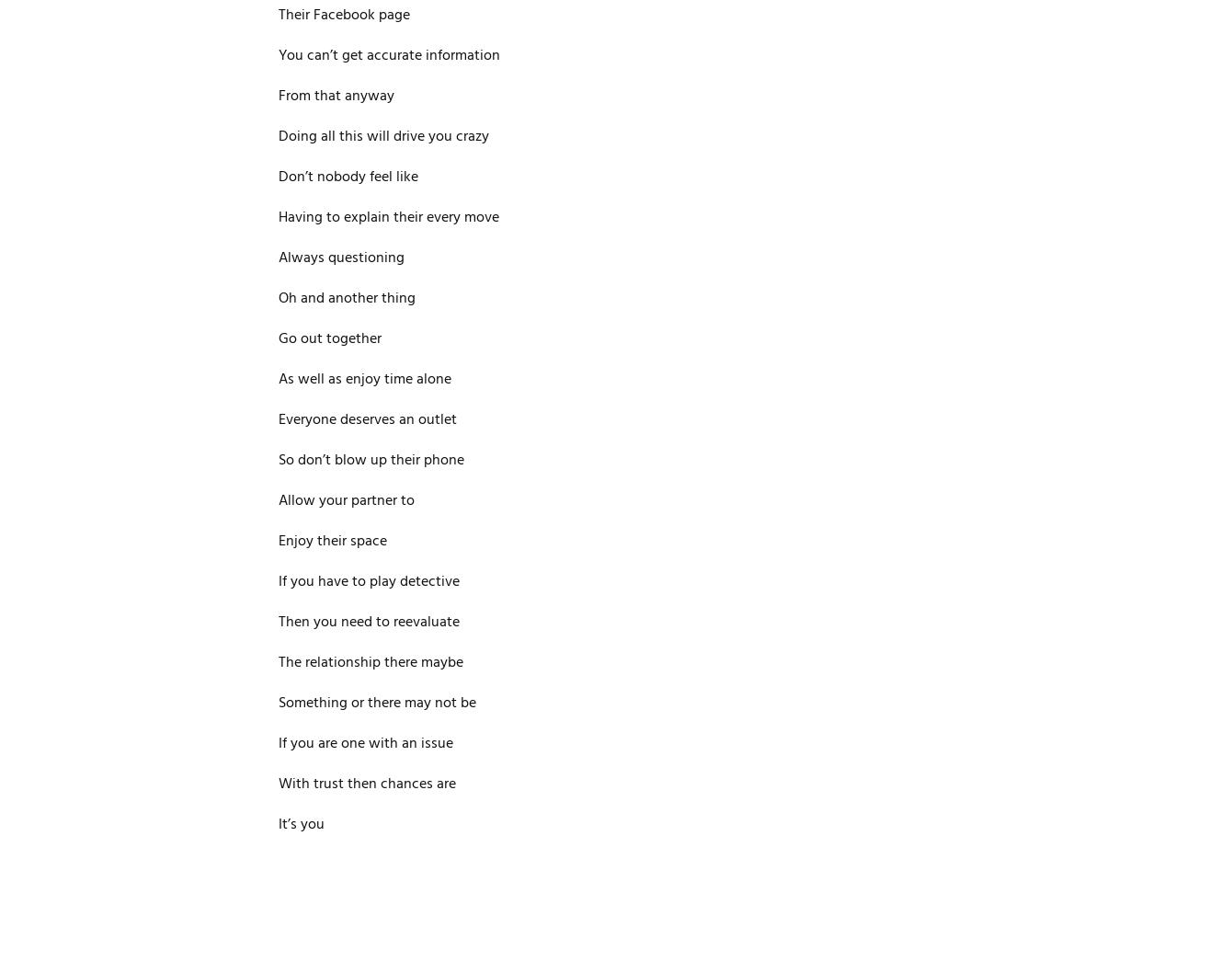 The height and width of the screenshot is (962, 1232). Describe the element at coordinates (376, 703) in the screenshot. I see `'Something or there may not be'` at that location.